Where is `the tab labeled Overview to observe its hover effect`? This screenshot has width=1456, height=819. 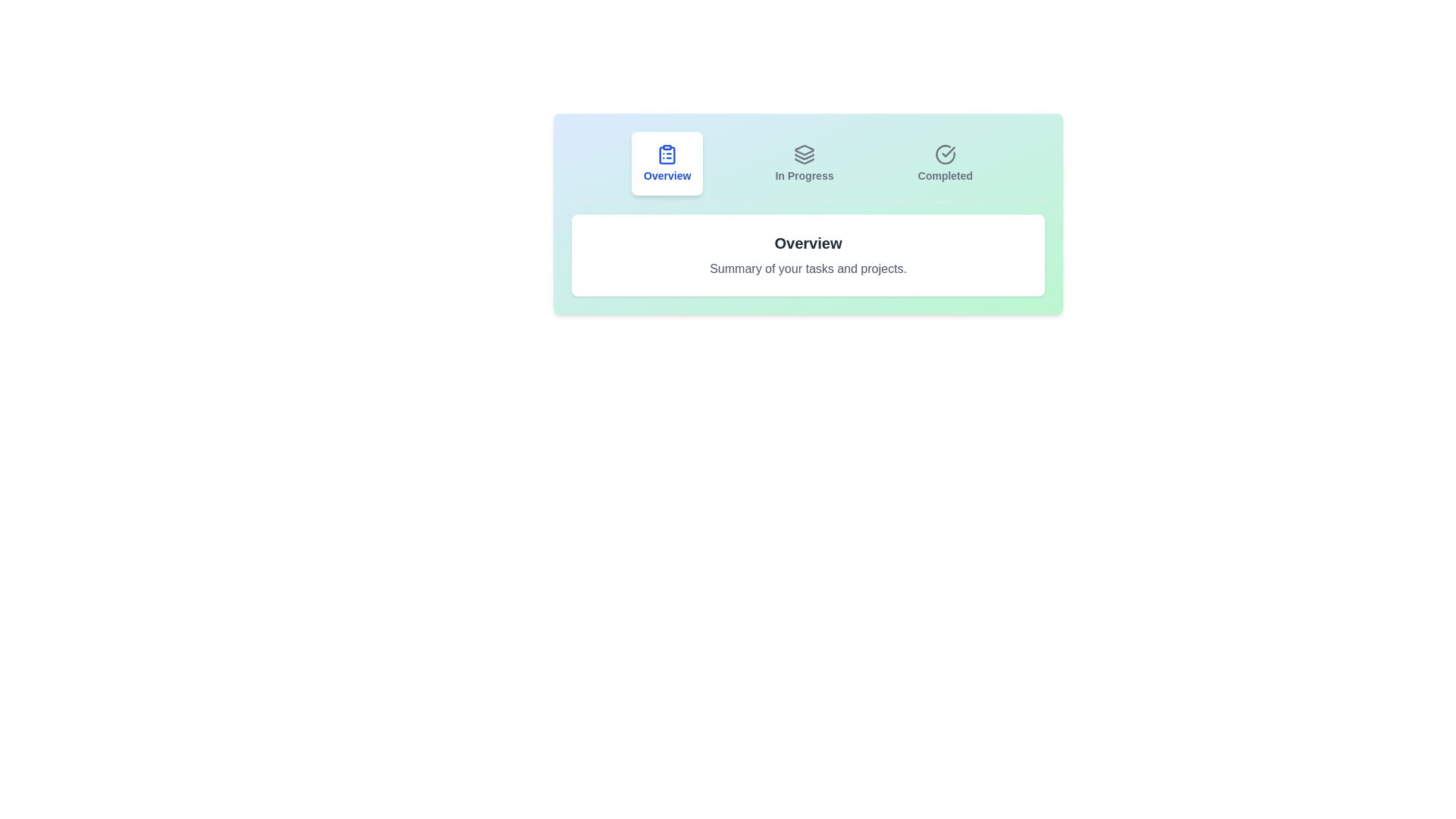
the tab labeled Overview to observe its hover effect is located at coordinates (667, 164).